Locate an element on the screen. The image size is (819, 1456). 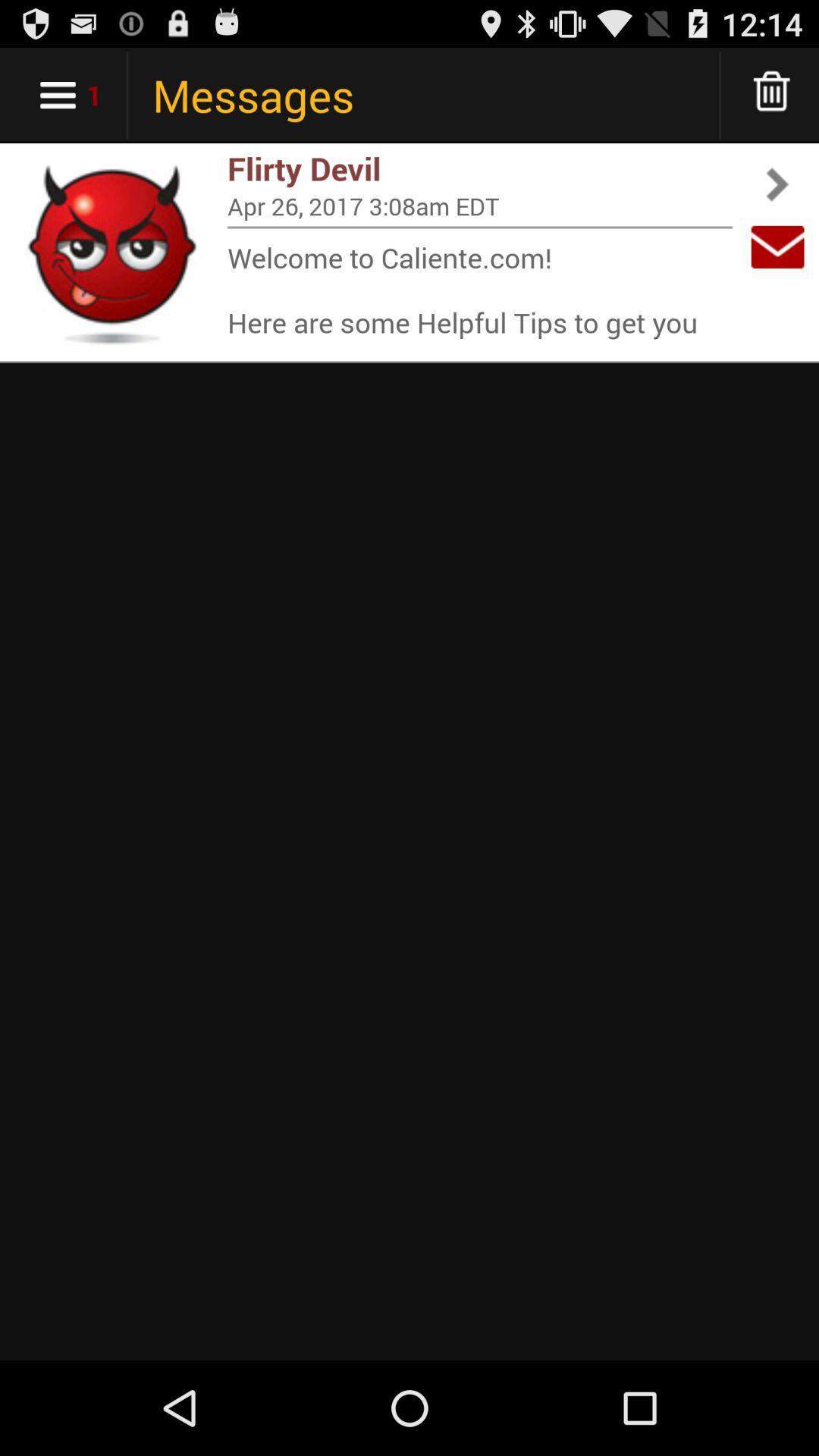
flirty devil is located at coordinates (479, 168).